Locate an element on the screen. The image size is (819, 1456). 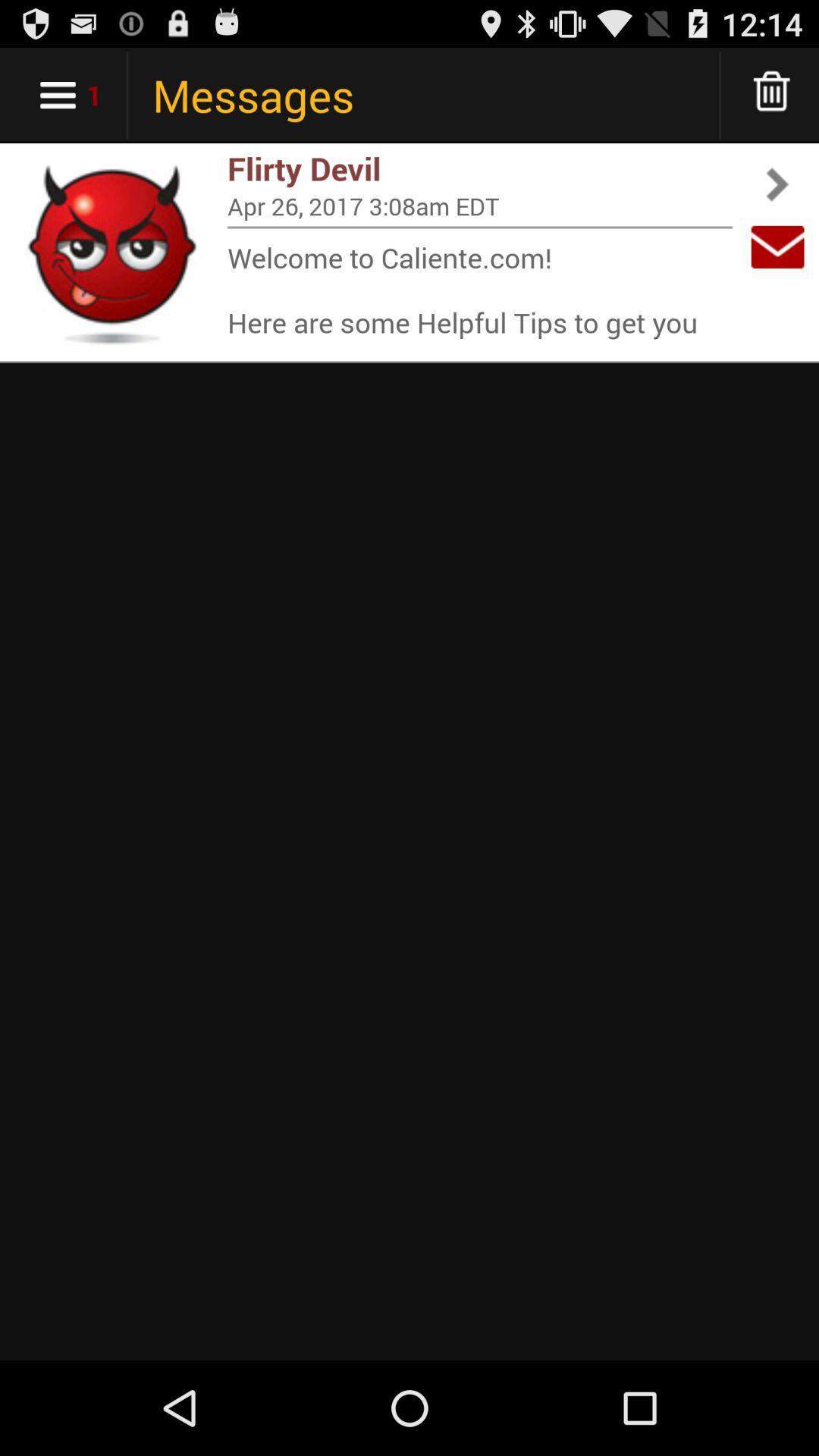
flirty devil is located at coordinates (479, 168).